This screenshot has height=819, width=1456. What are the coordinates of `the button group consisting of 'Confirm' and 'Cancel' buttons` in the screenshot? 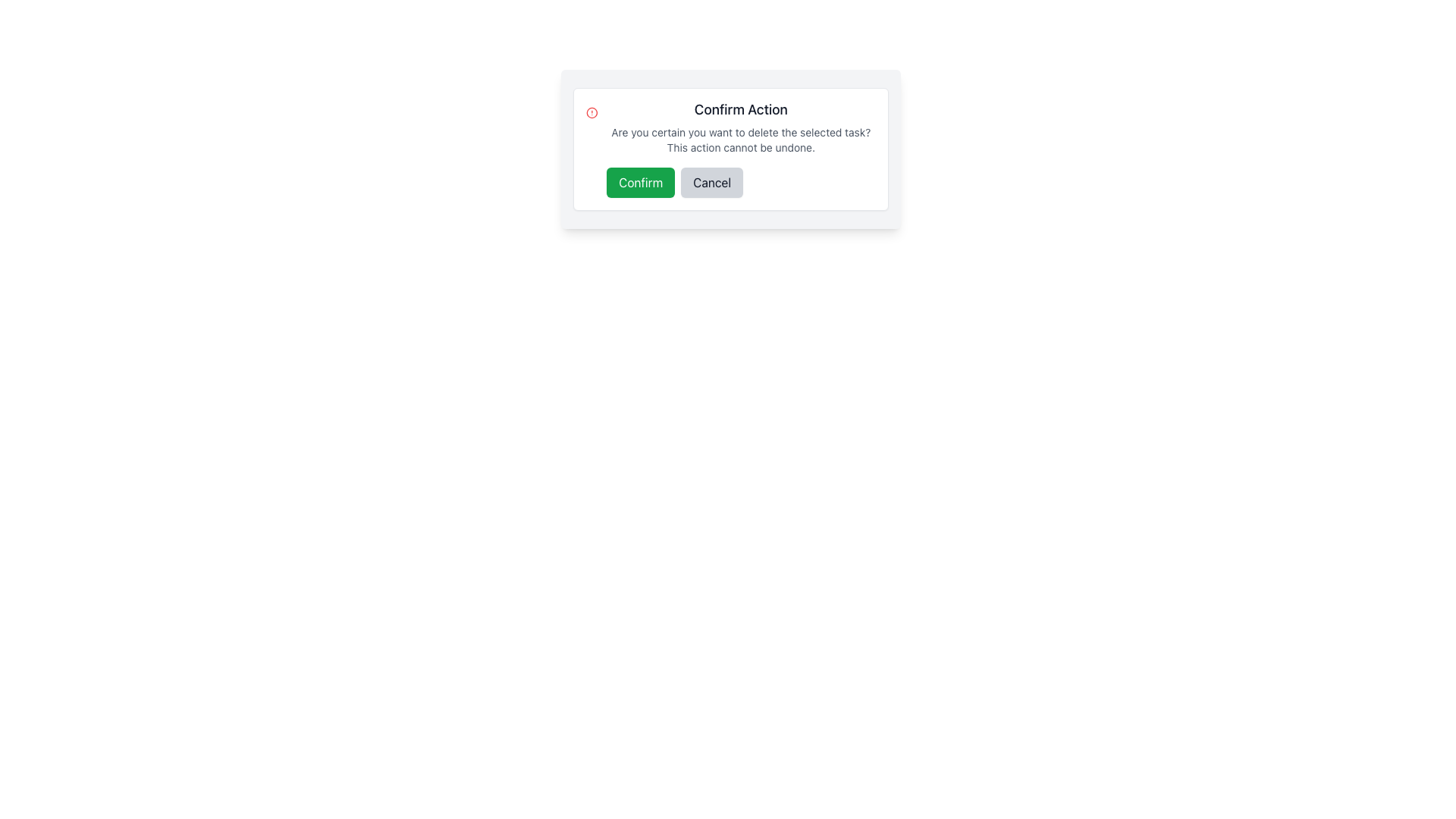 It's located at (741, 181).